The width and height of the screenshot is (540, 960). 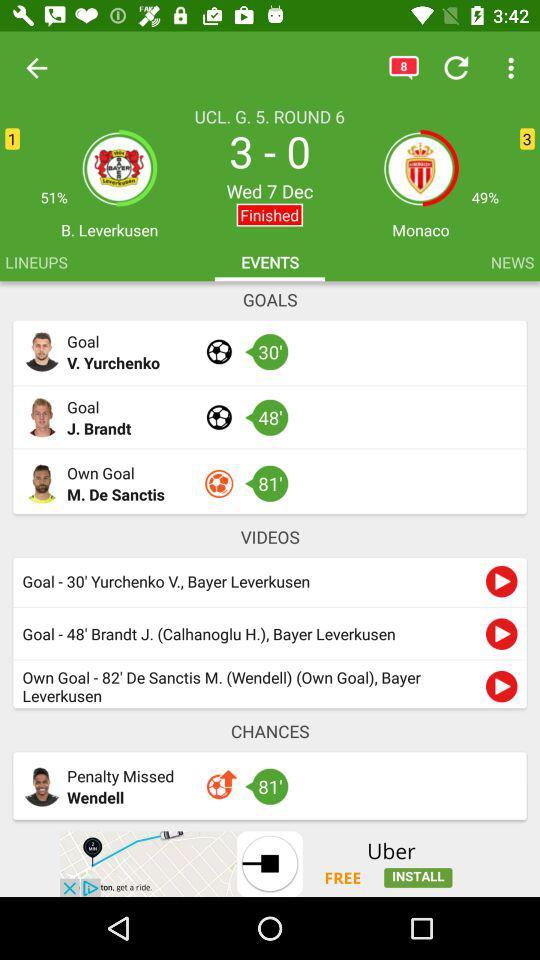 What do you see at coordinates (42, 352) in the screenshot?
I see `the picture of vyurchenko` at bounding box center [42, 352].